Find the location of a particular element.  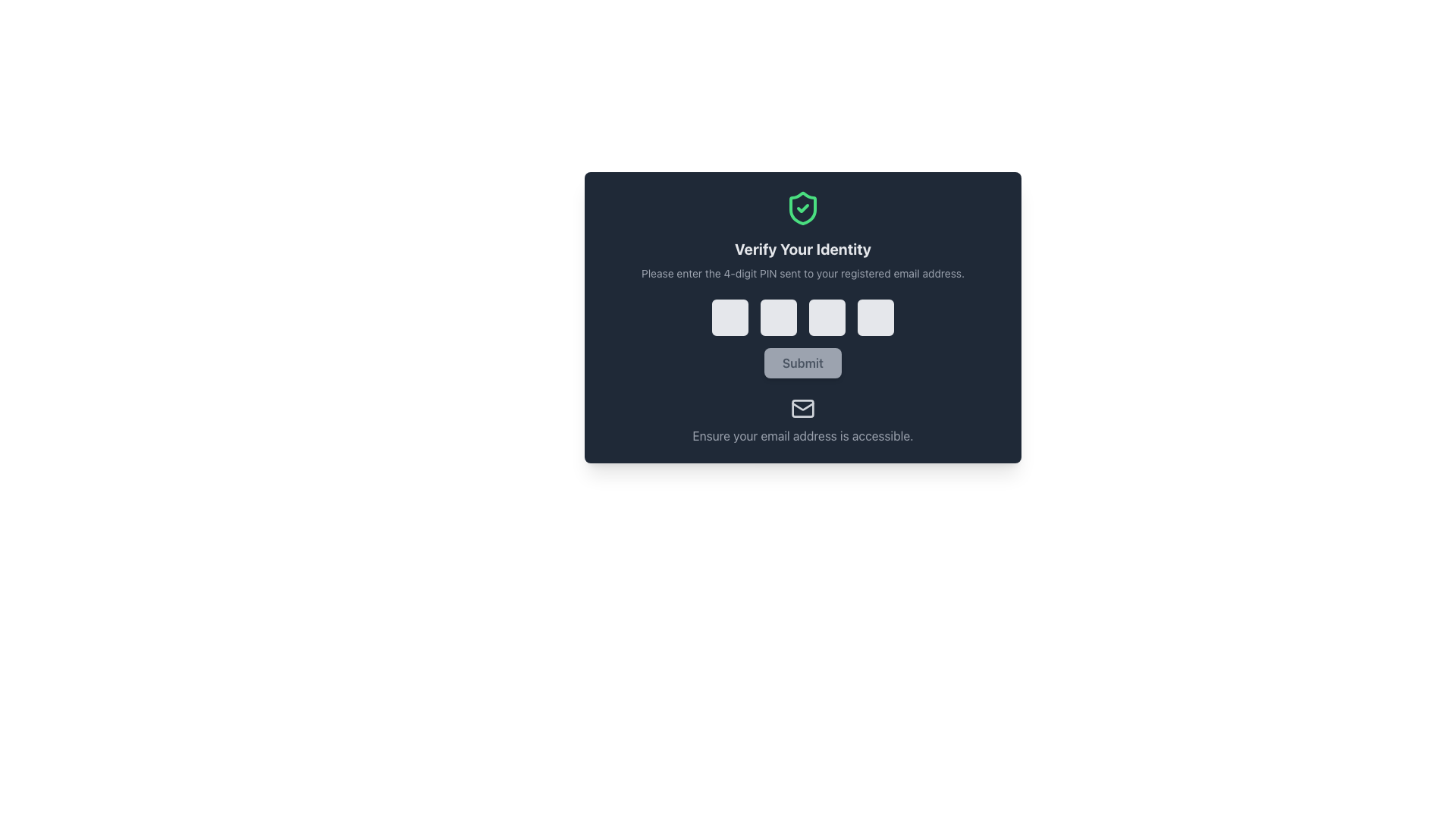

the 'Submit' button with a grey background located centrally at the bottom of the PIN entry layout to attempt submission is located at coordinates (802, 362).